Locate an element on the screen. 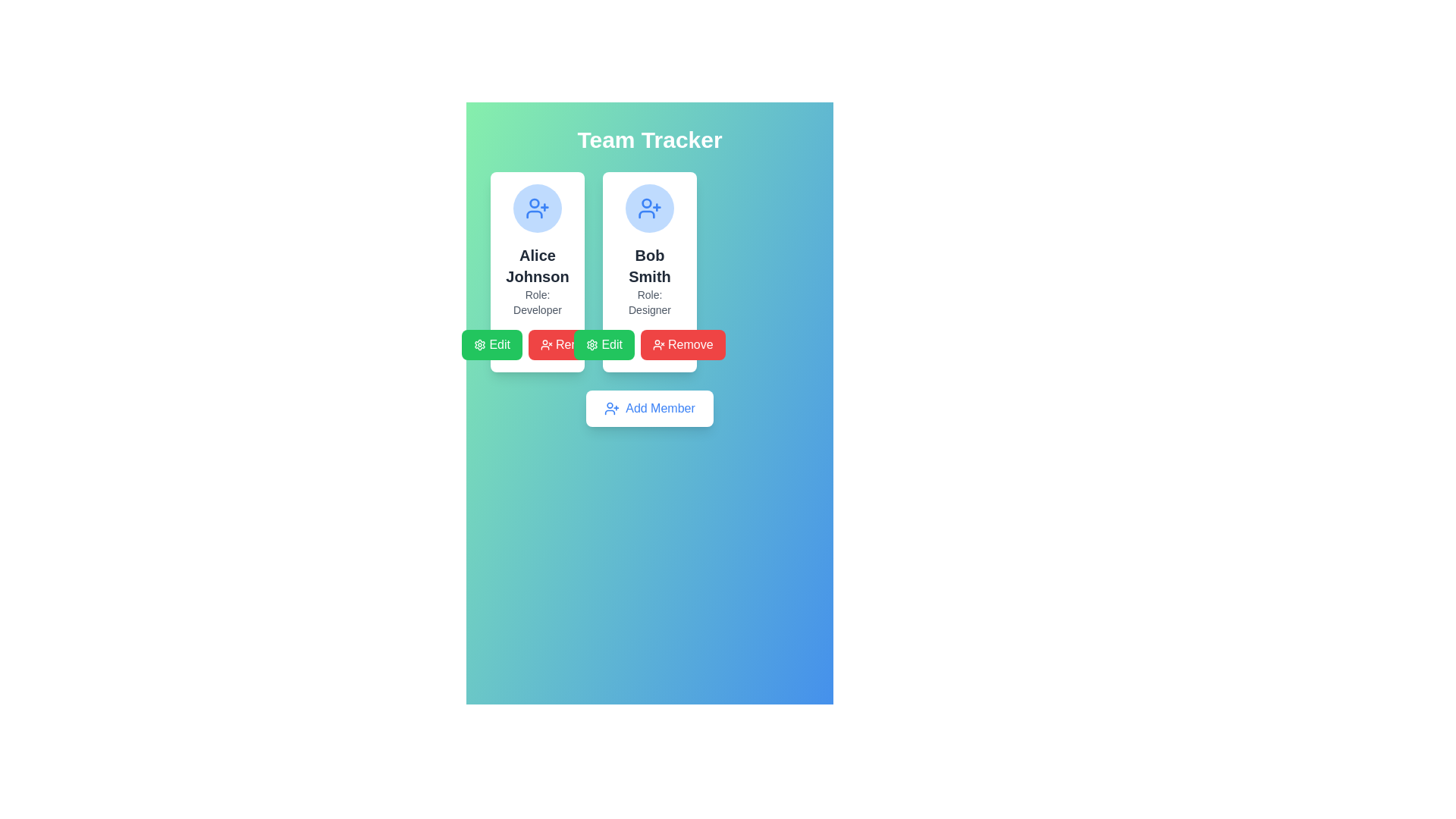  the 'Add Member' button is located at coordinates (650, 408).